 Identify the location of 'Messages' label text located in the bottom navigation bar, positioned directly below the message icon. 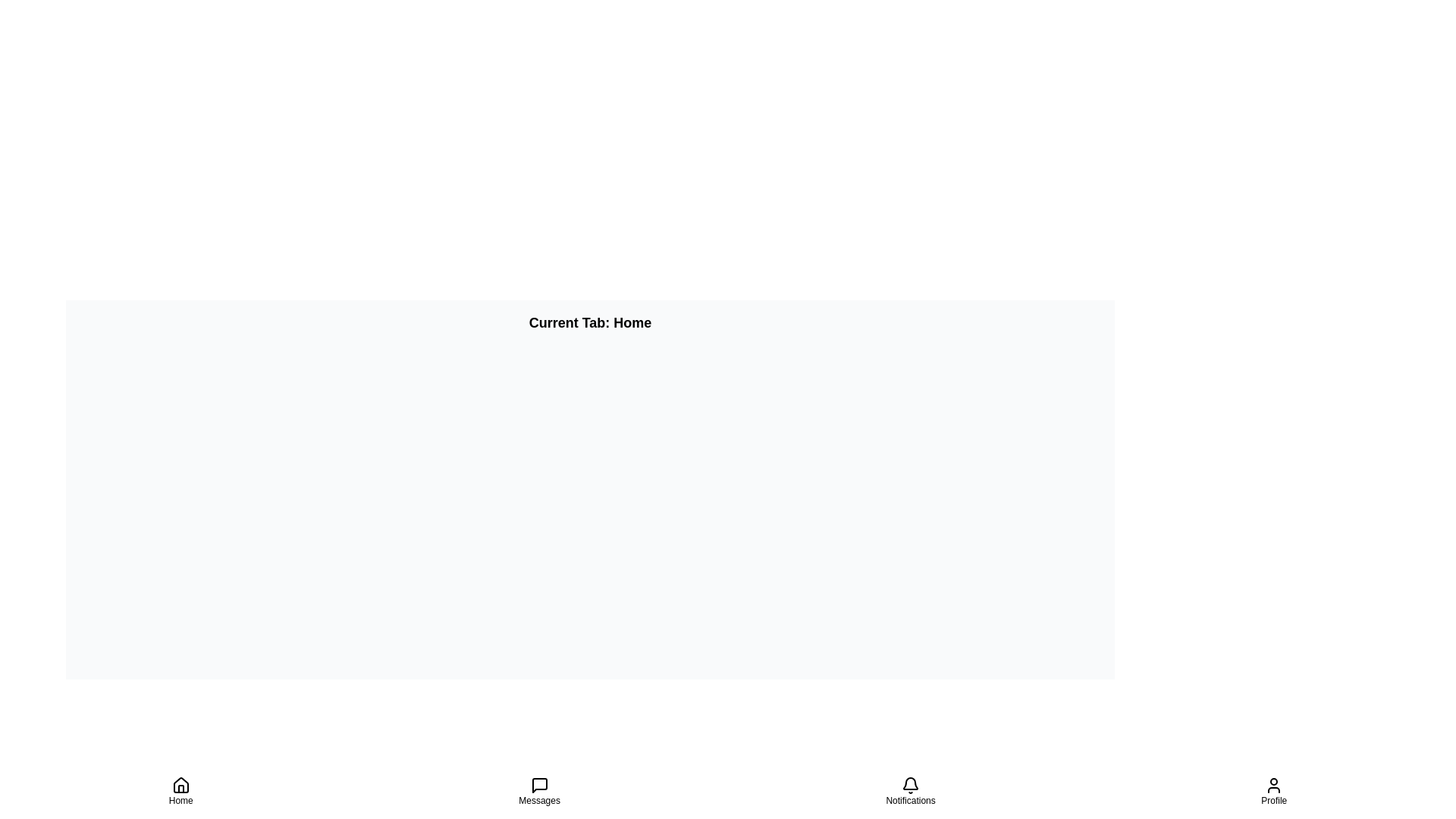
(539, 800).